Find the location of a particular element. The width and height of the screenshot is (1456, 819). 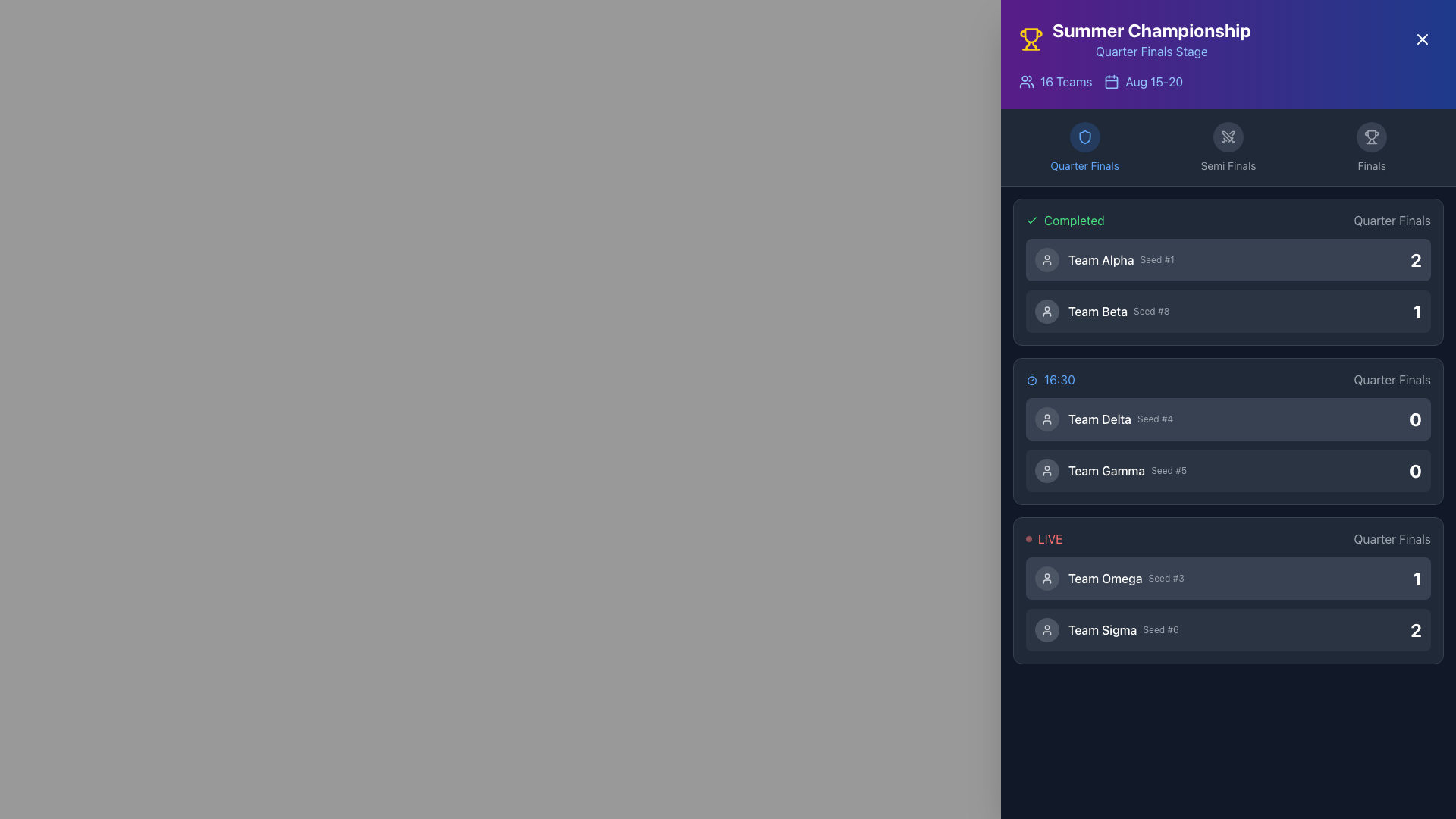

the list item displaying 'Team Omega Seed #3' in the 'LIVE' section of the Quarter Finals stage is located at coordinates (1109, 579).